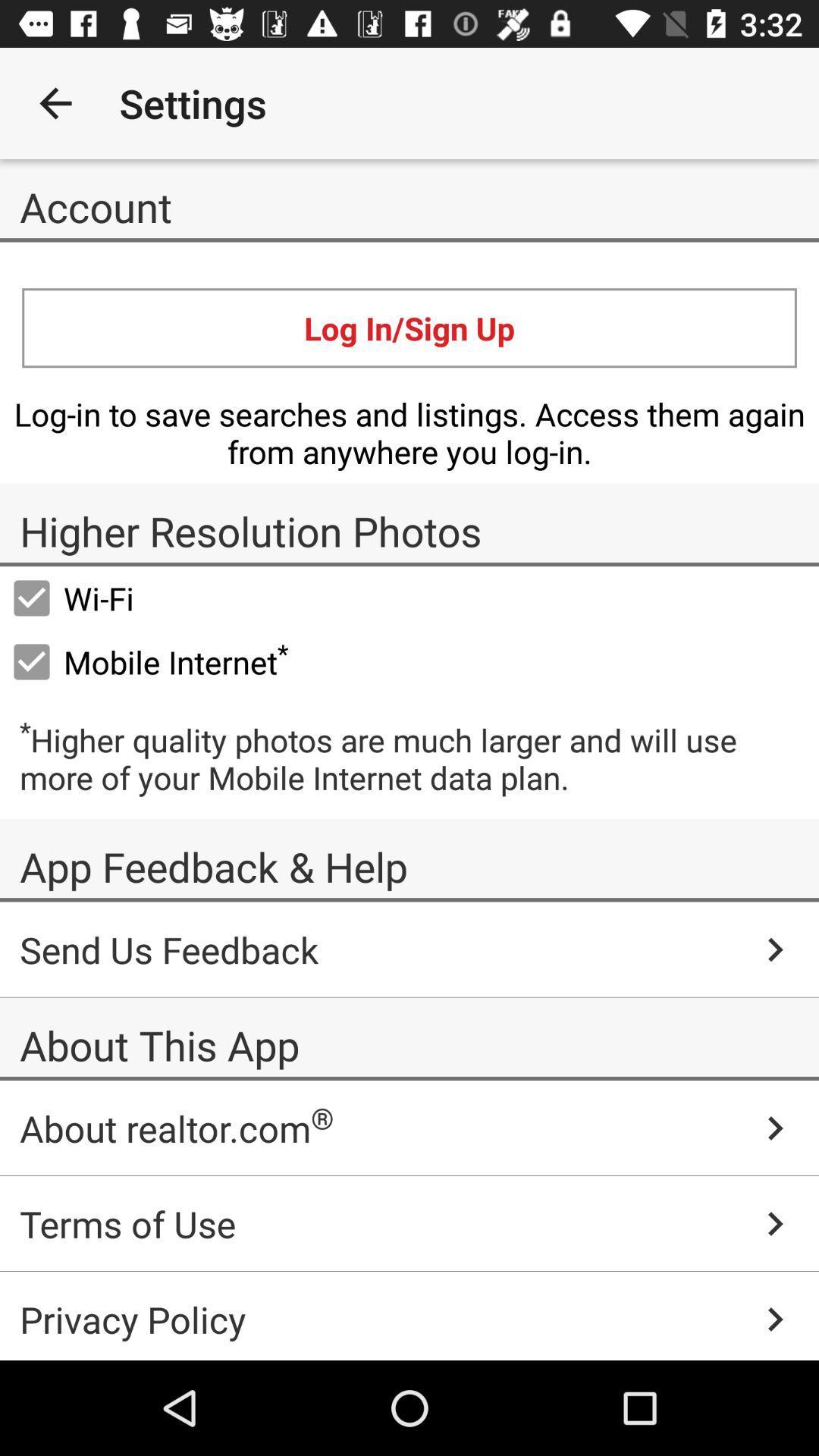 This screenshot has width=819, height=1456. I want to click on the icon above account, so click(55, 102).